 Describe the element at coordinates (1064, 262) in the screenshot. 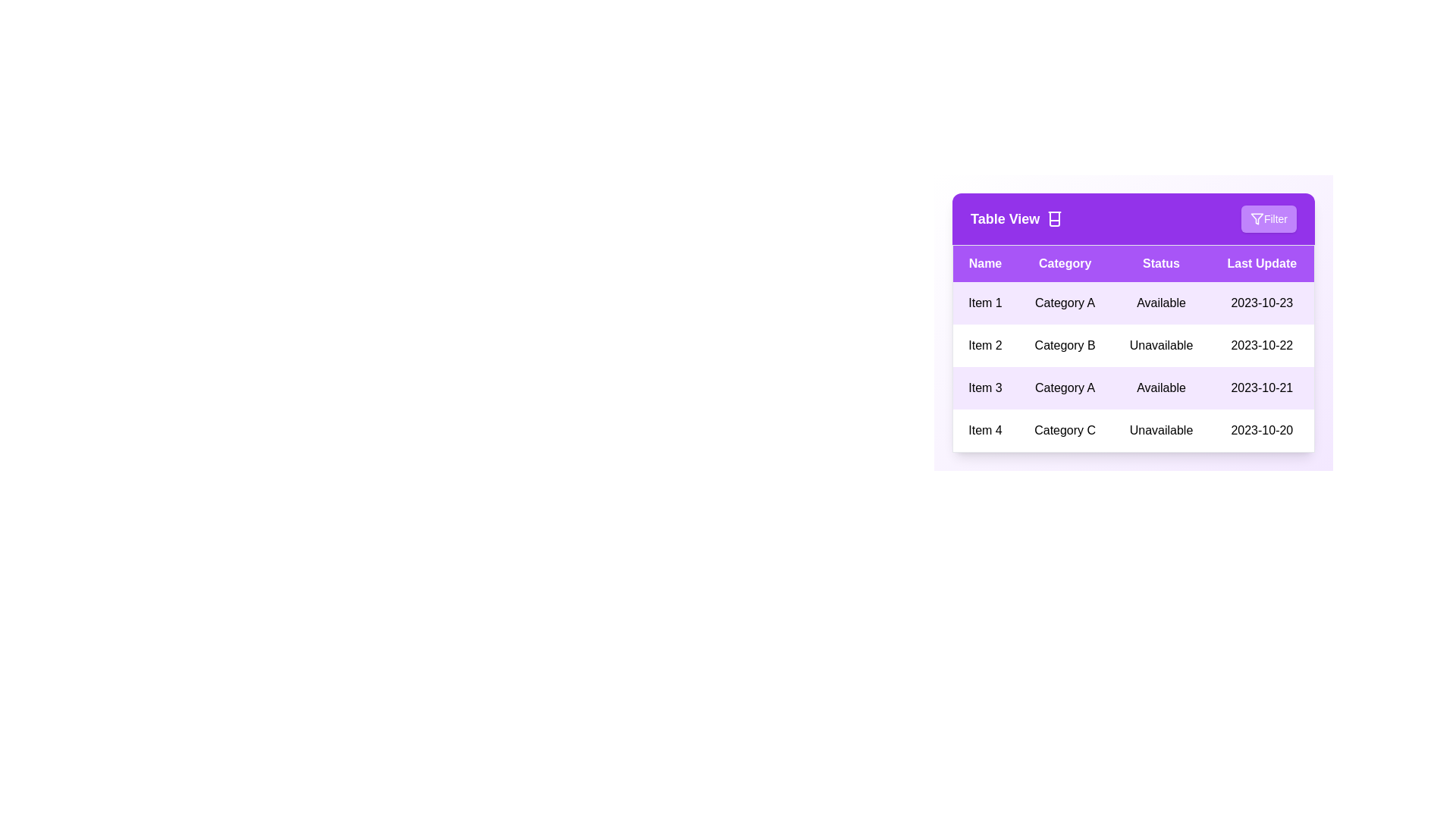

I see `the header Category to sort the table by that column` at that location.